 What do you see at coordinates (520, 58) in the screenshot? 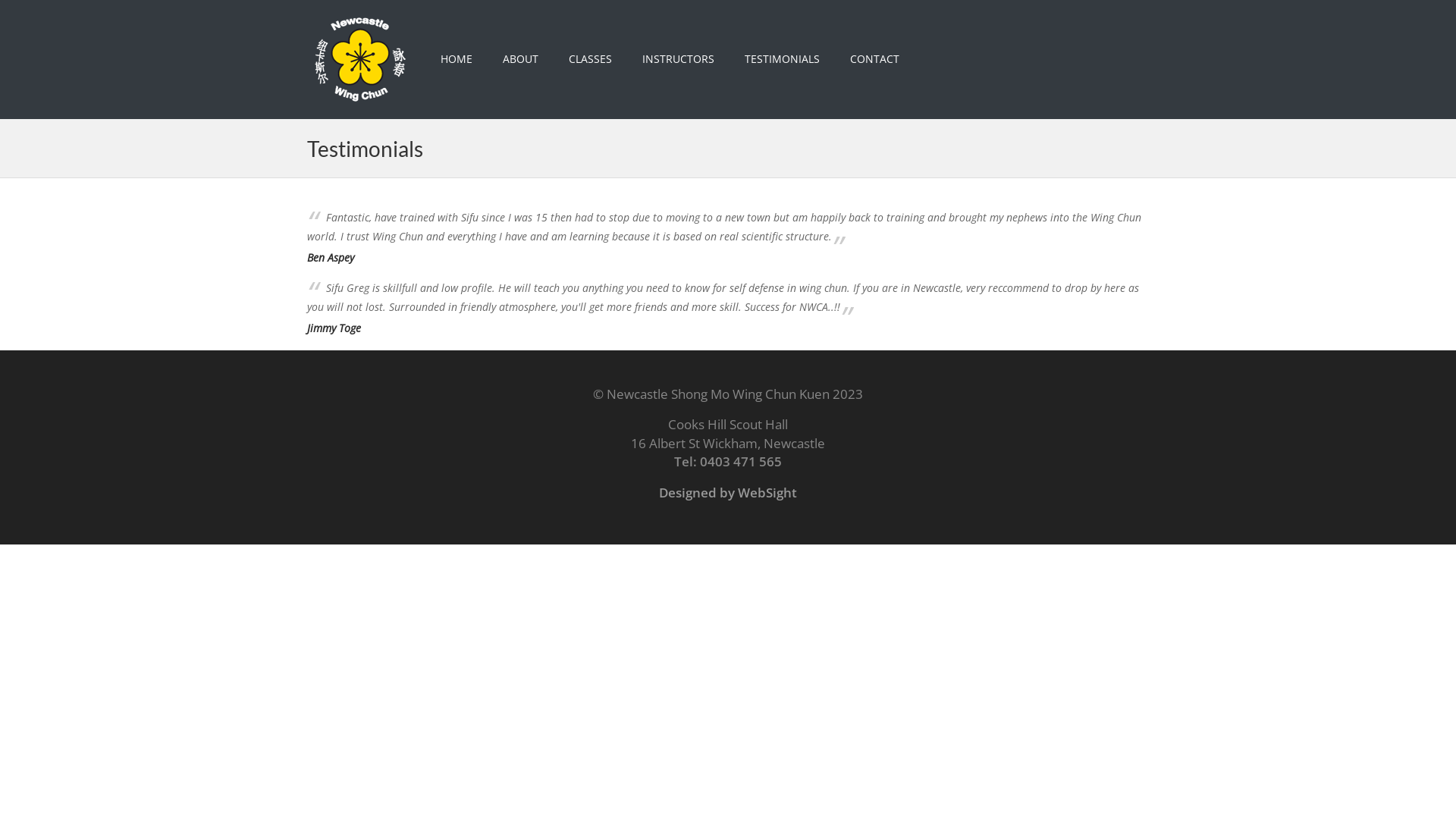
I see `'ABOUT'` at bounding box center [520, 58].